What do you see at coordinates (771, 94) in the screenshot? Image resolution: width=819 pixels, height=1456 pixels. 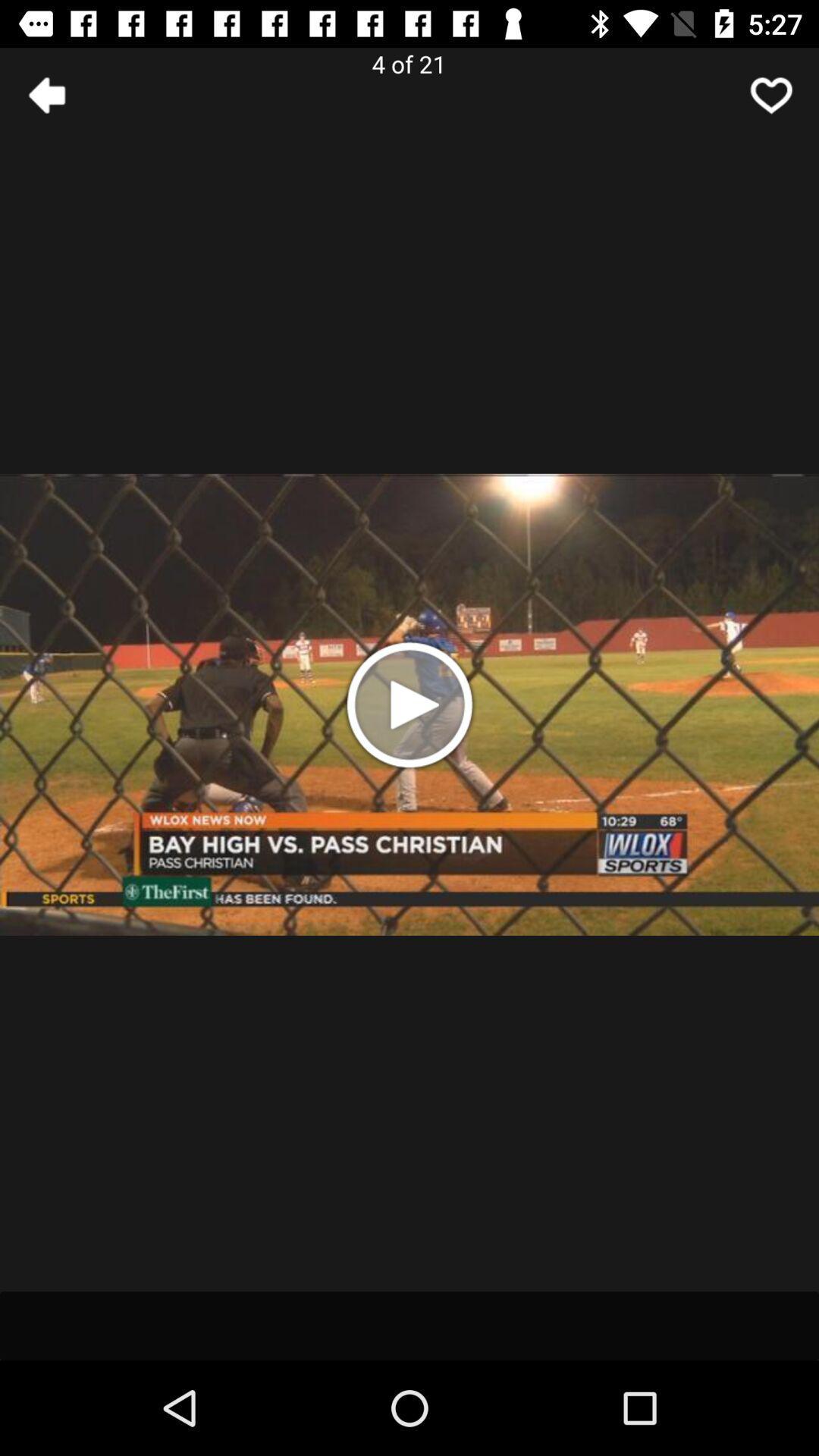 I see `set as best` at bounding box center [771, 94].